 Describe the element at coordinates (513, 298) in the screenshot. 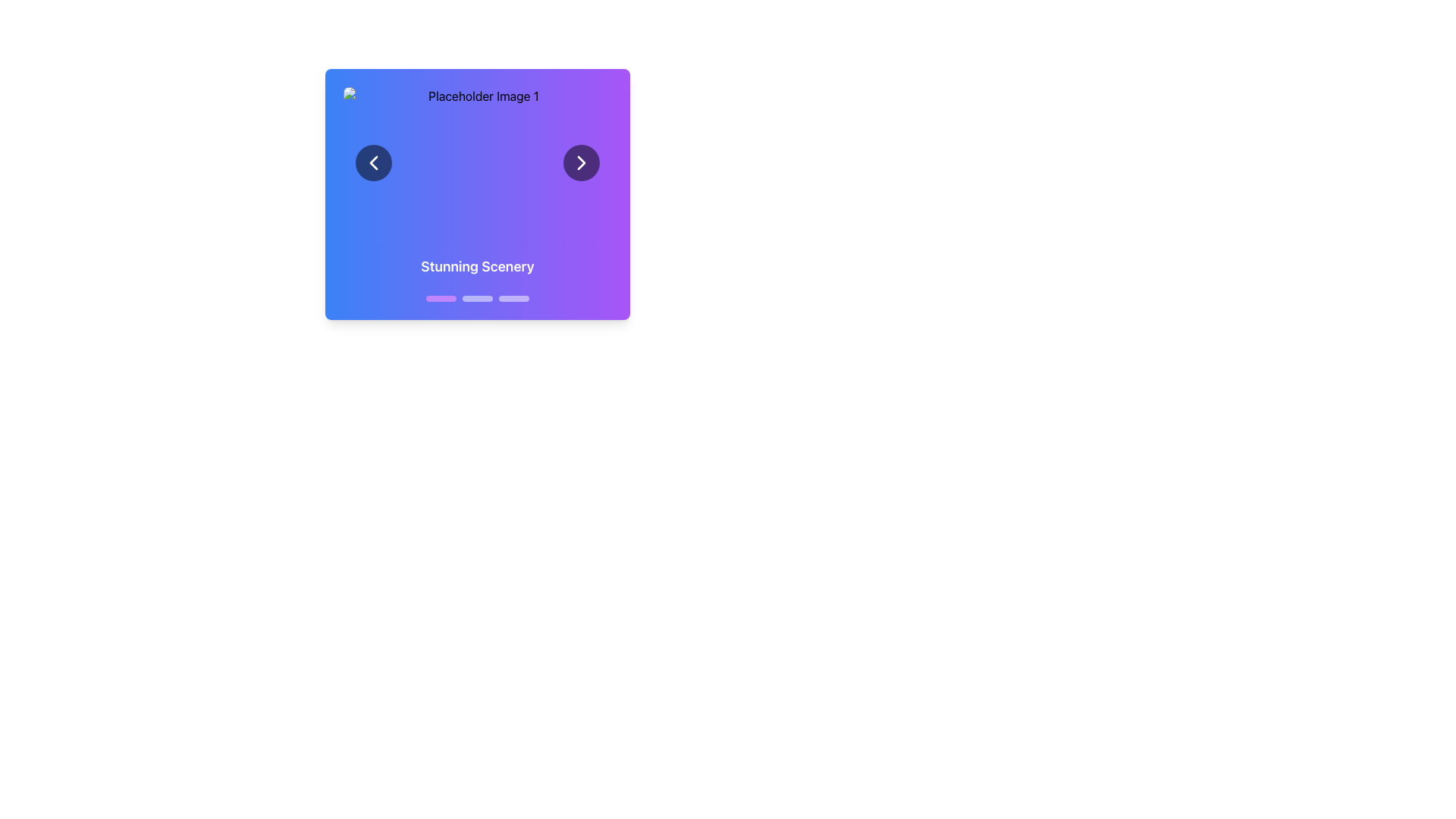

I see `the third dot indicator button at the bottom of the card layout` at that location.